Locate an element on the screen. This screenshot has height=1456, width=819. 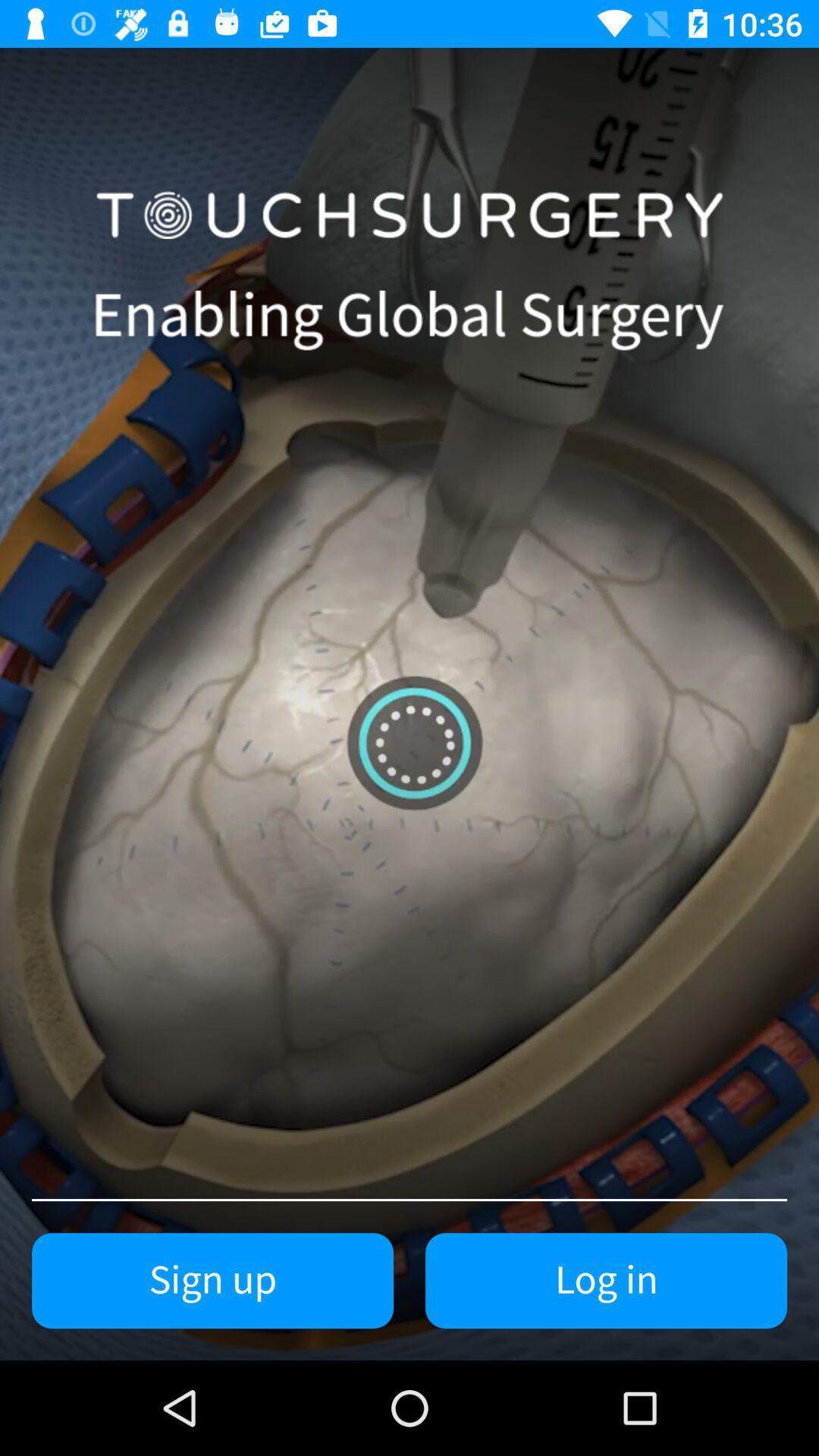
icon next to the log in is located at coordinates (212, 1280).